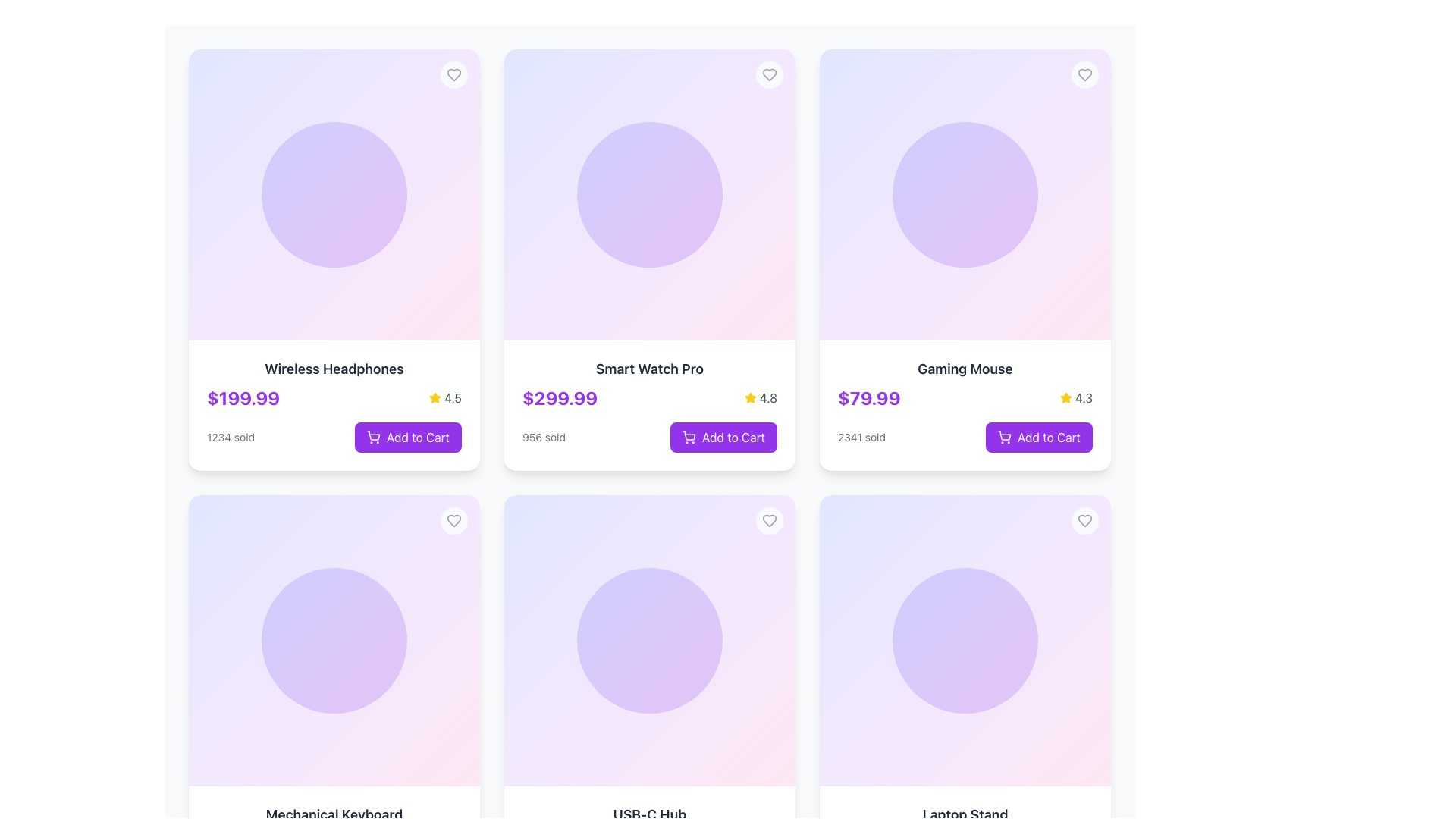 The width and height of the screenshot is (1456, 819). Describe the element at coordinates (334, 438) in the screenshot. I see `the 'Add to Cart' button for the product 'Wireless Headphones'` at that location.